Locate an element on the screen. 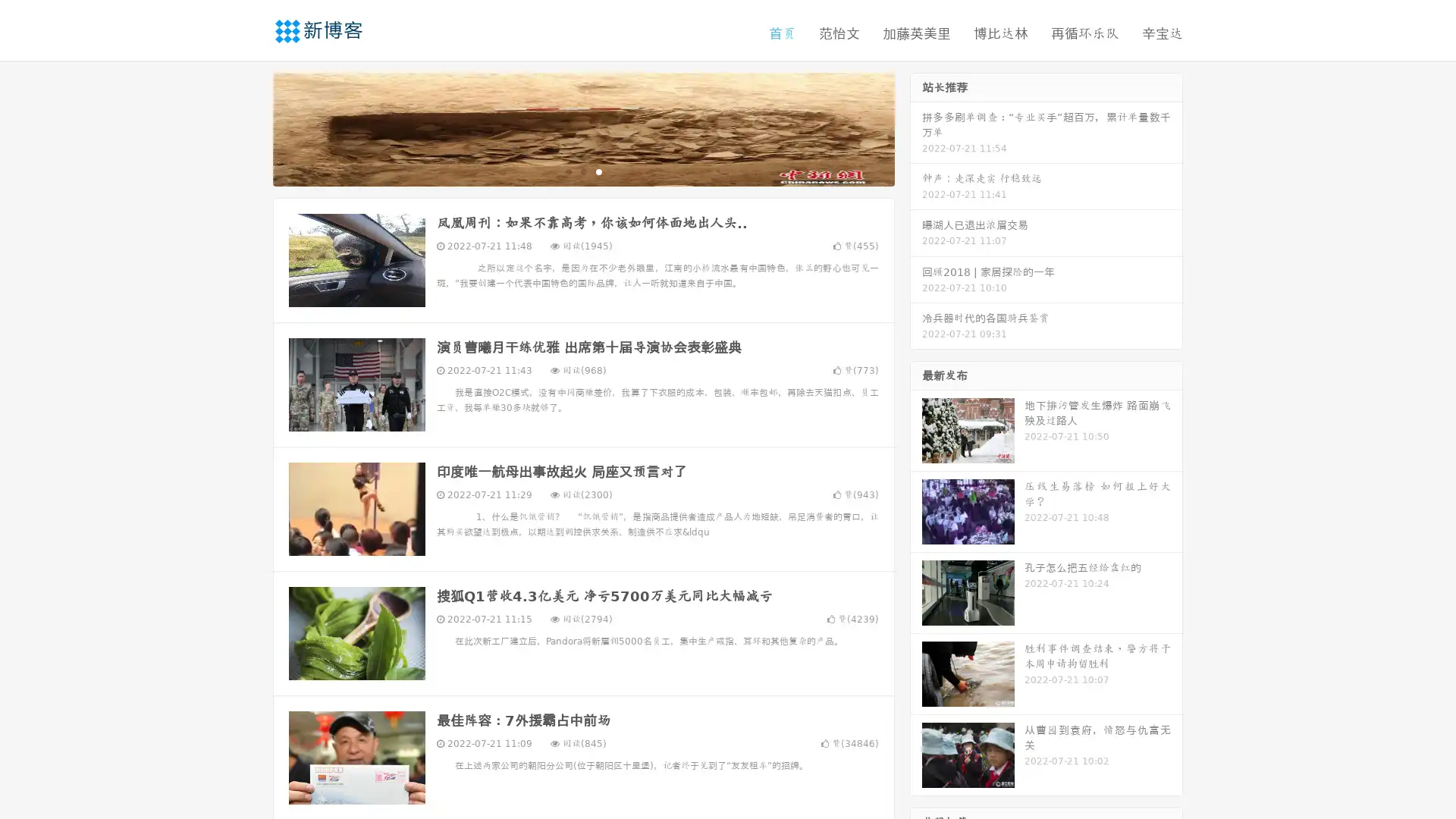  Go to slide 3 is located at coordinates (598, 171).